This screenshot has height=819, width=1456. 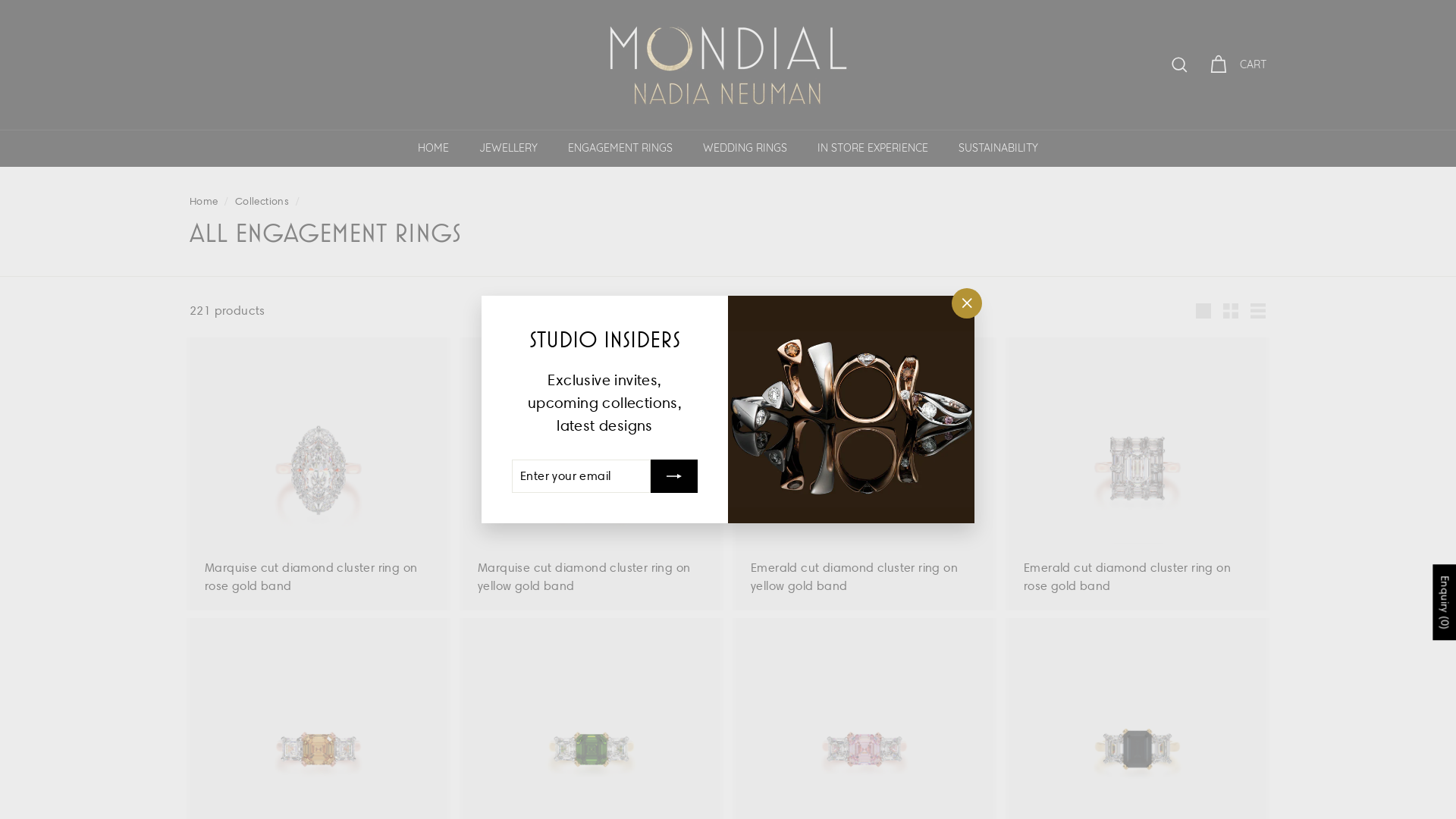 I want to click on 'HOME', so click(x=432, y=148).